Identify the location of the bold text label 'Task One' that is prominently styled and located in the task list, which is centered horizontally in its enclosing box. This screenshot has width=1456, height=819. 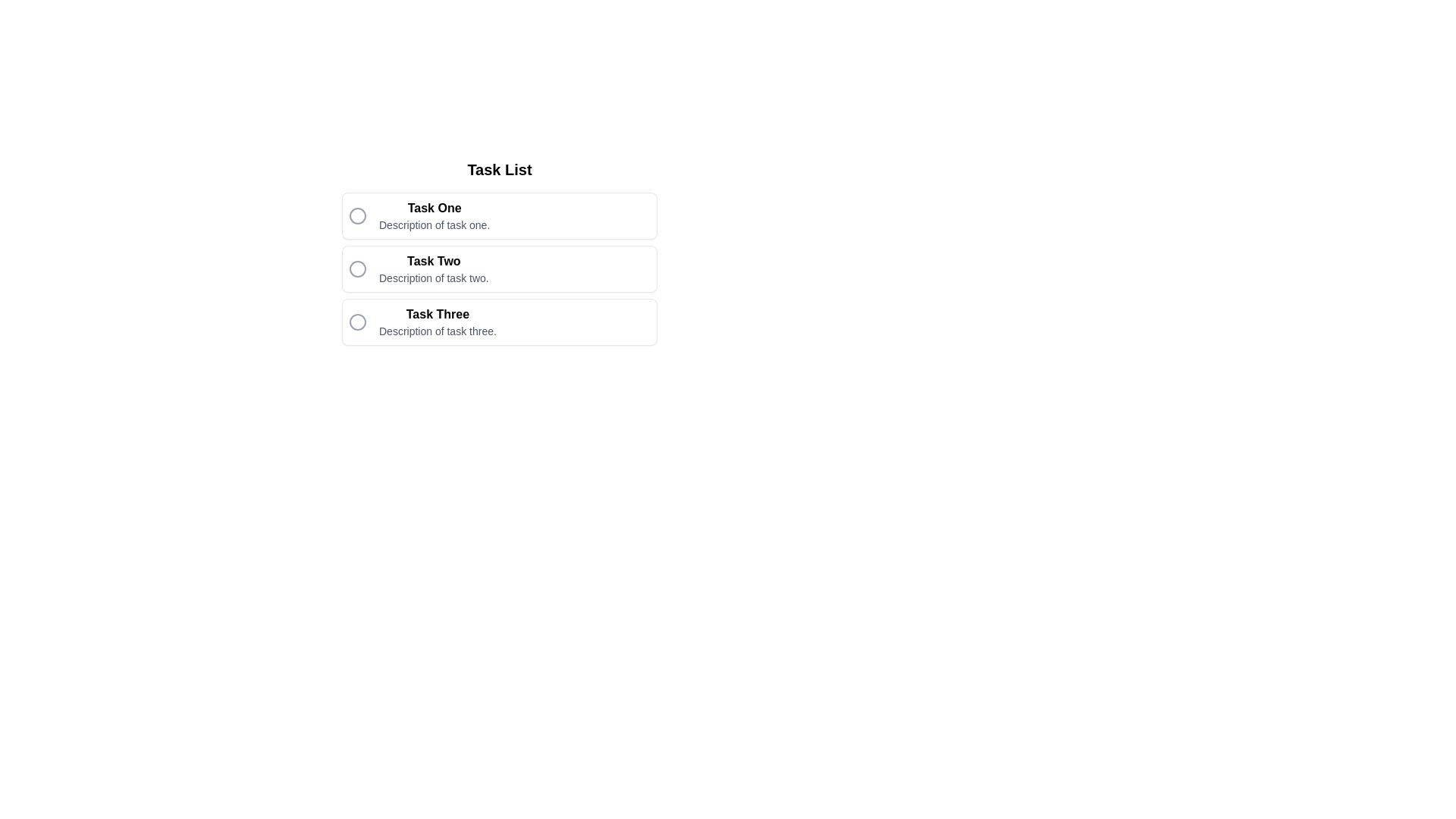
(434, 208).